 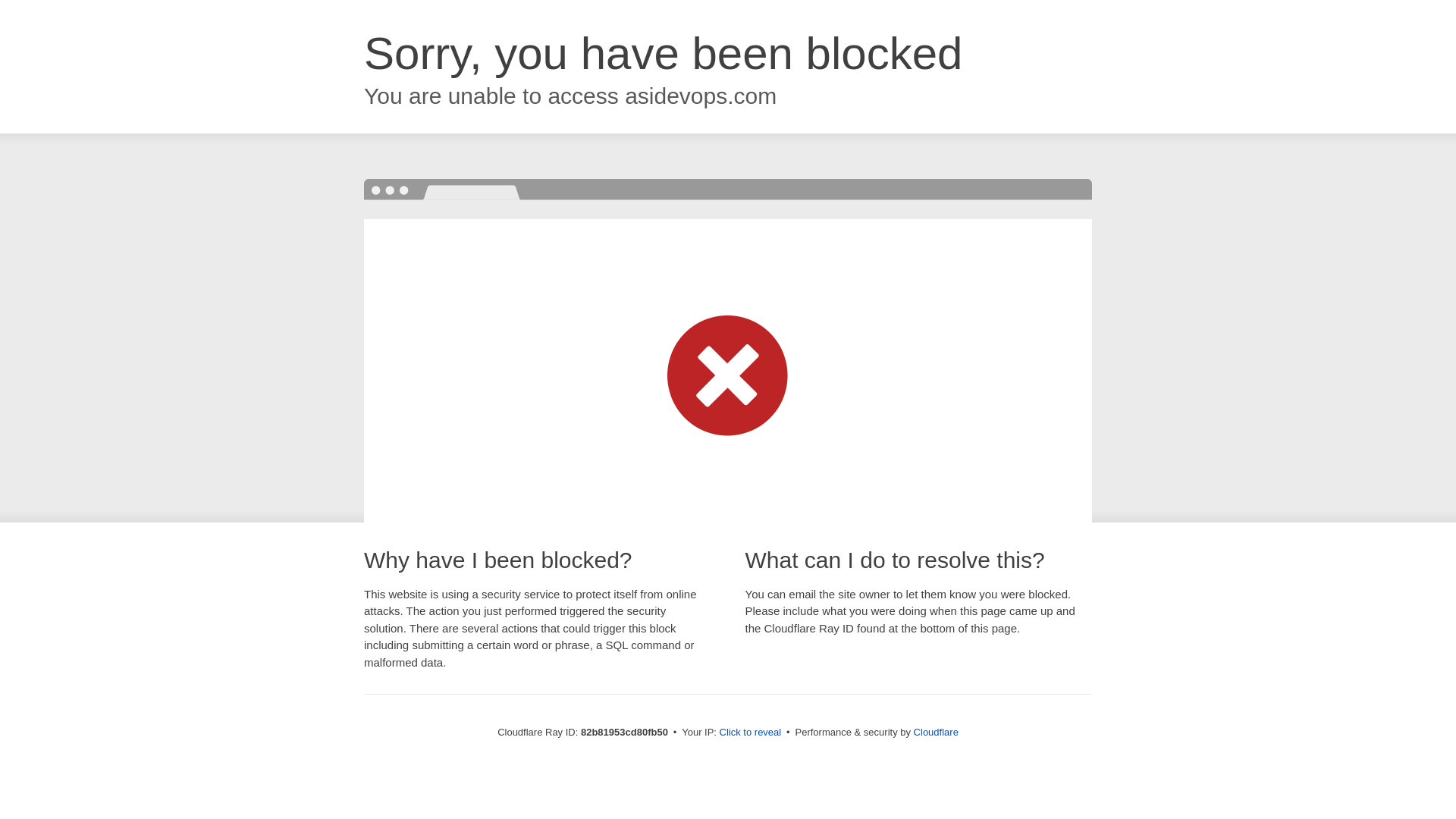 What do you see at coordinates (935, 731) in the screenshot?
I see `'Cloudflare'` at bounding box center [935, 731].